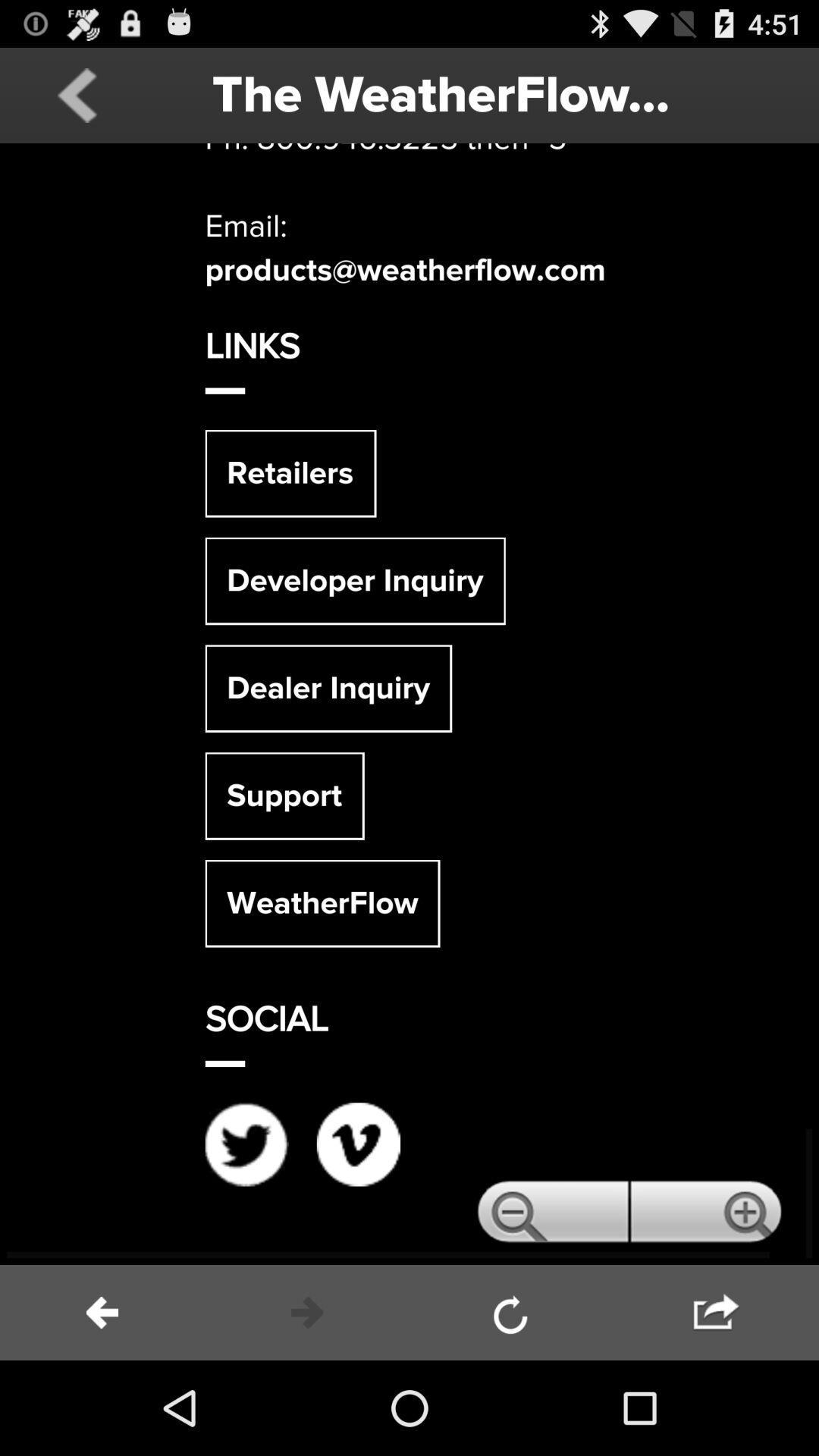 This screenshot has height=1456, width=819. What do you see at coordinates (102, 1312) in the screenshot?
I see `back` at bounding box center [102, 1312].